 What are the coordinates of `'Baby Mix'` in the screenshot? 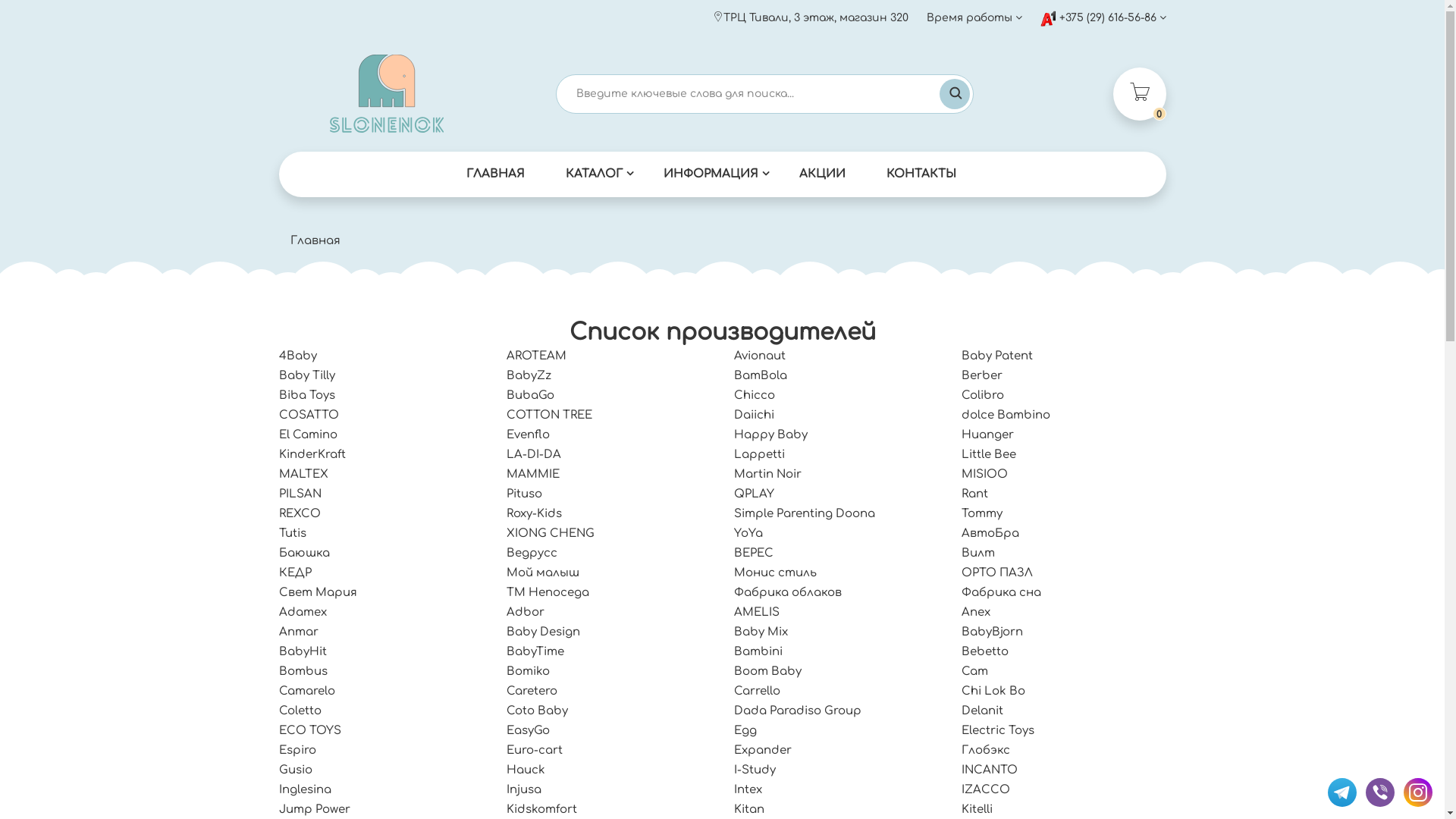 It's located at (761, 632).